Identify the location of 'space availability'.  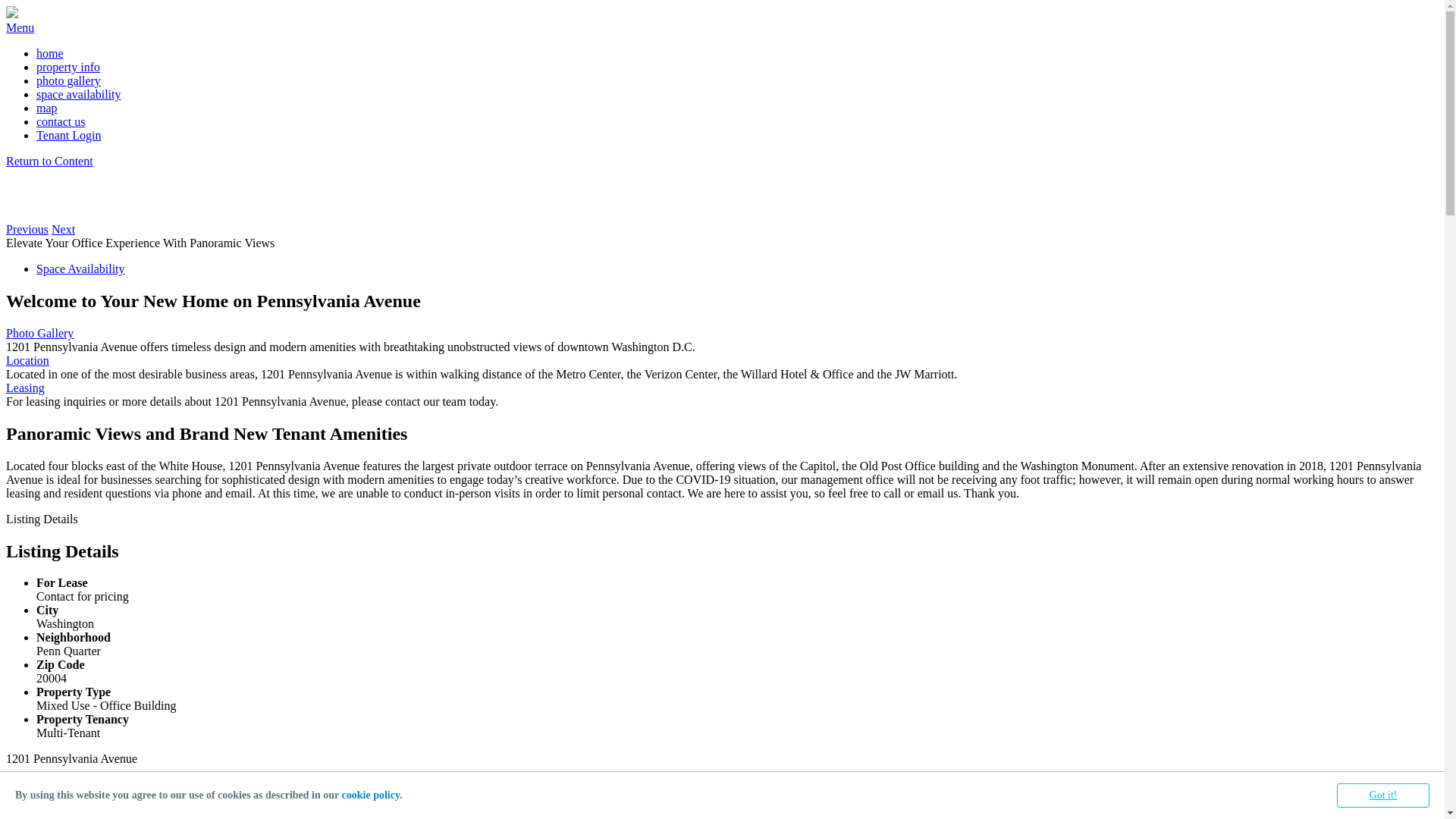
(36, 94).